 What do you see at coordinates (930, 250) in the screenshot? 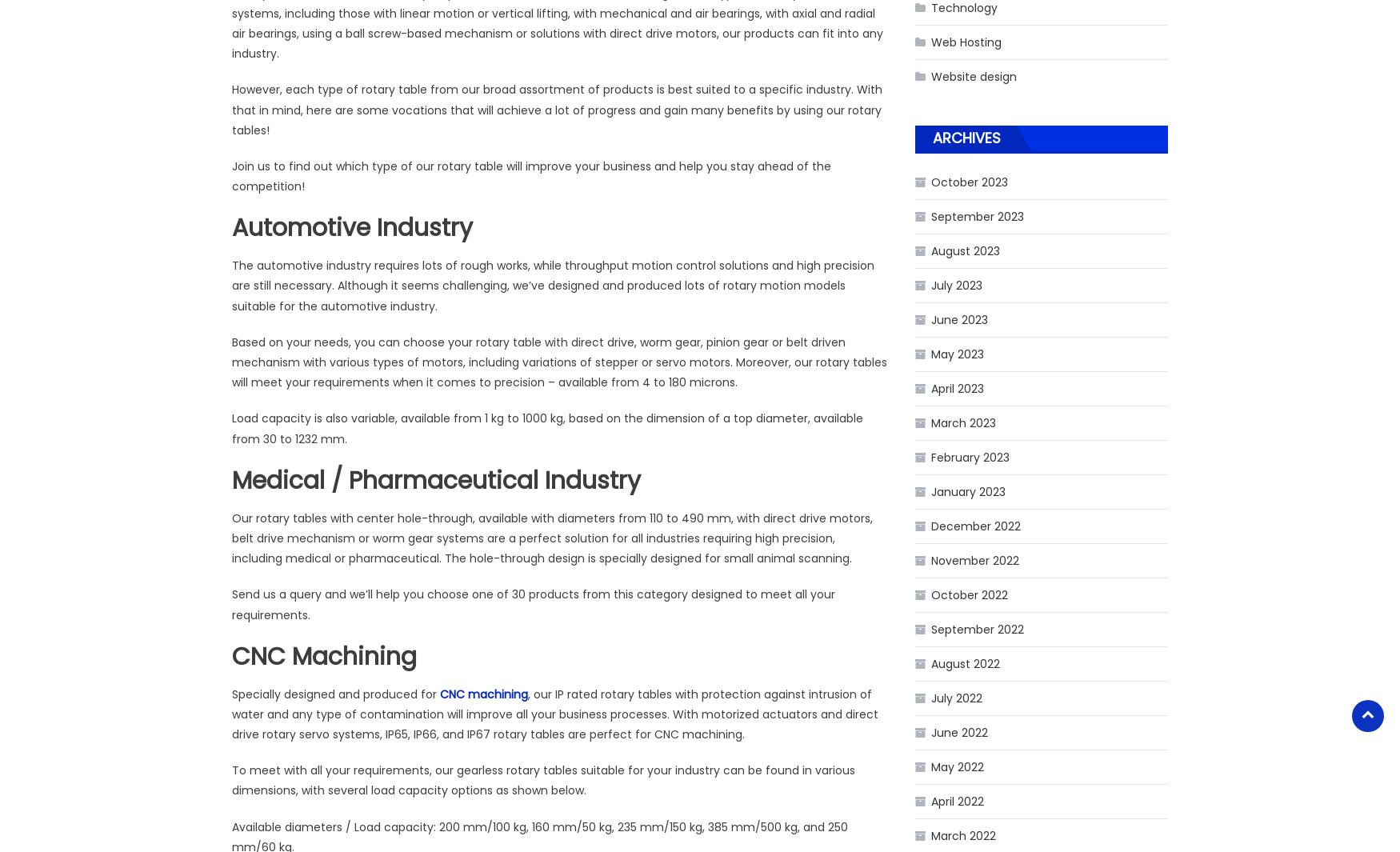
I see `'August 2023'` at bounding box center [930, 250].